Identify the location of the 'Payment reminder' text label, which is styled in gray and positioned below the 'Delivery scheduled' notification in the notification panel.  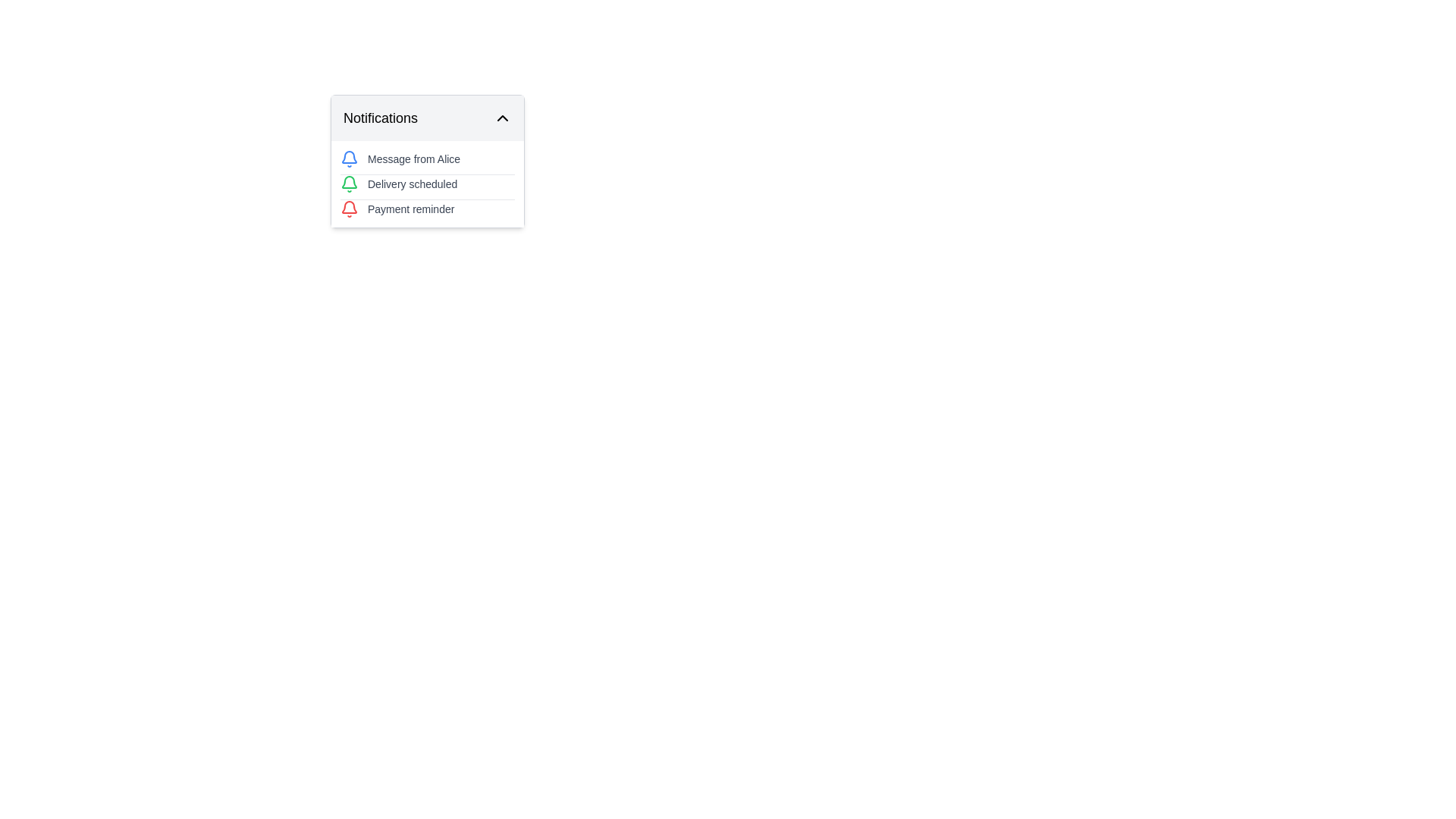
(411, 209).